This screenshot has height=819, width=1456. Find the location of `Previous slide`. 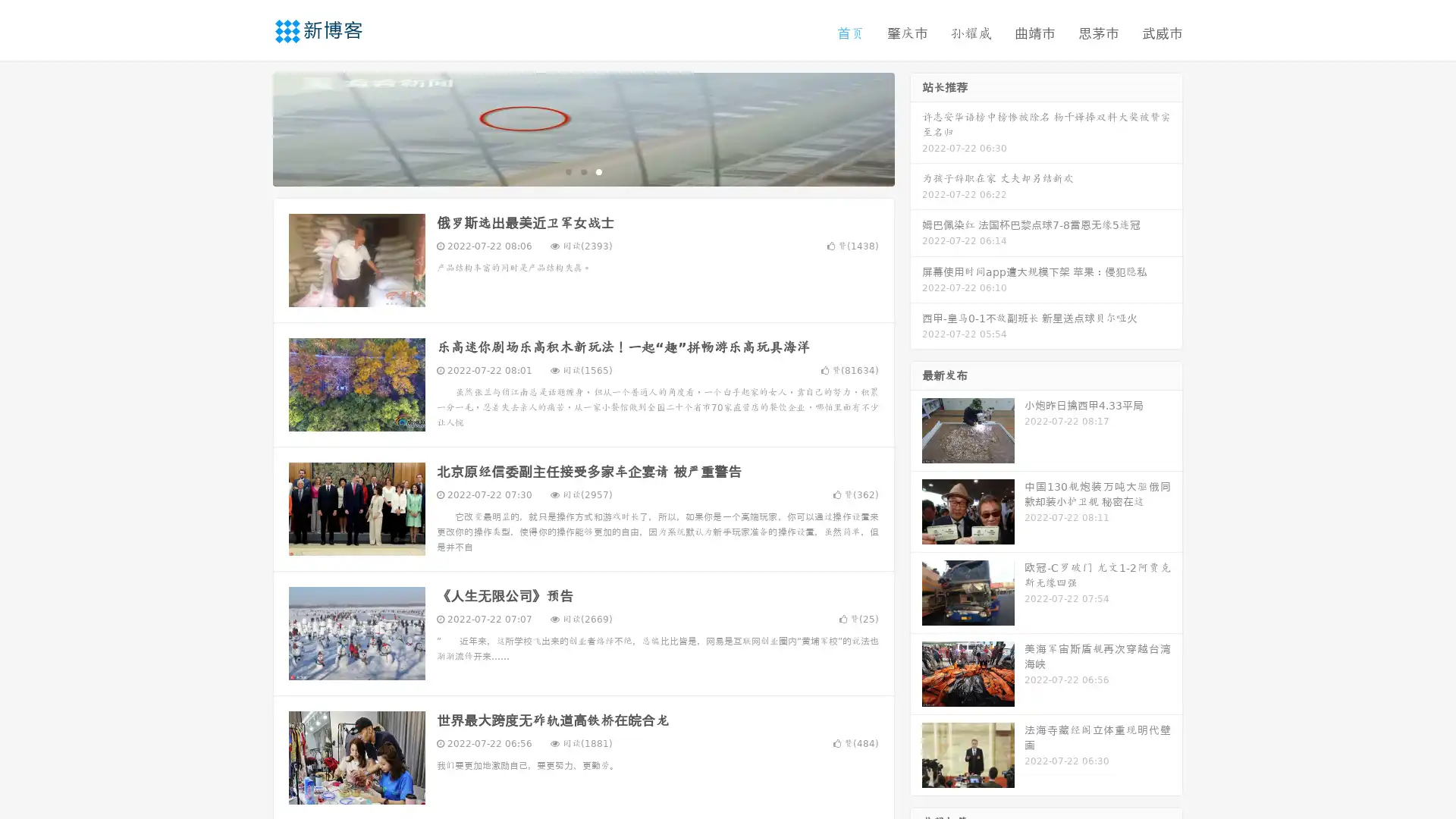

Previous slide is located at coordinates (250, 127).